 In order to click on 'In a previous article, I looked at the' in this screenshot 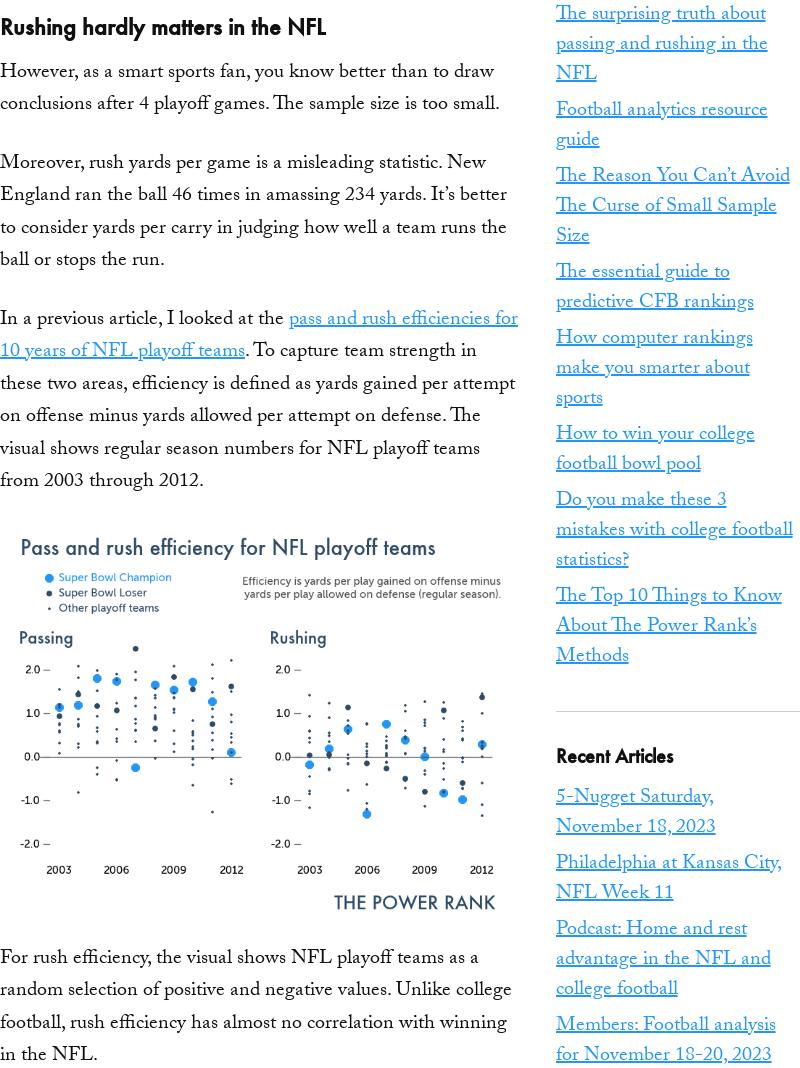, I will do `click(144, 318)`.